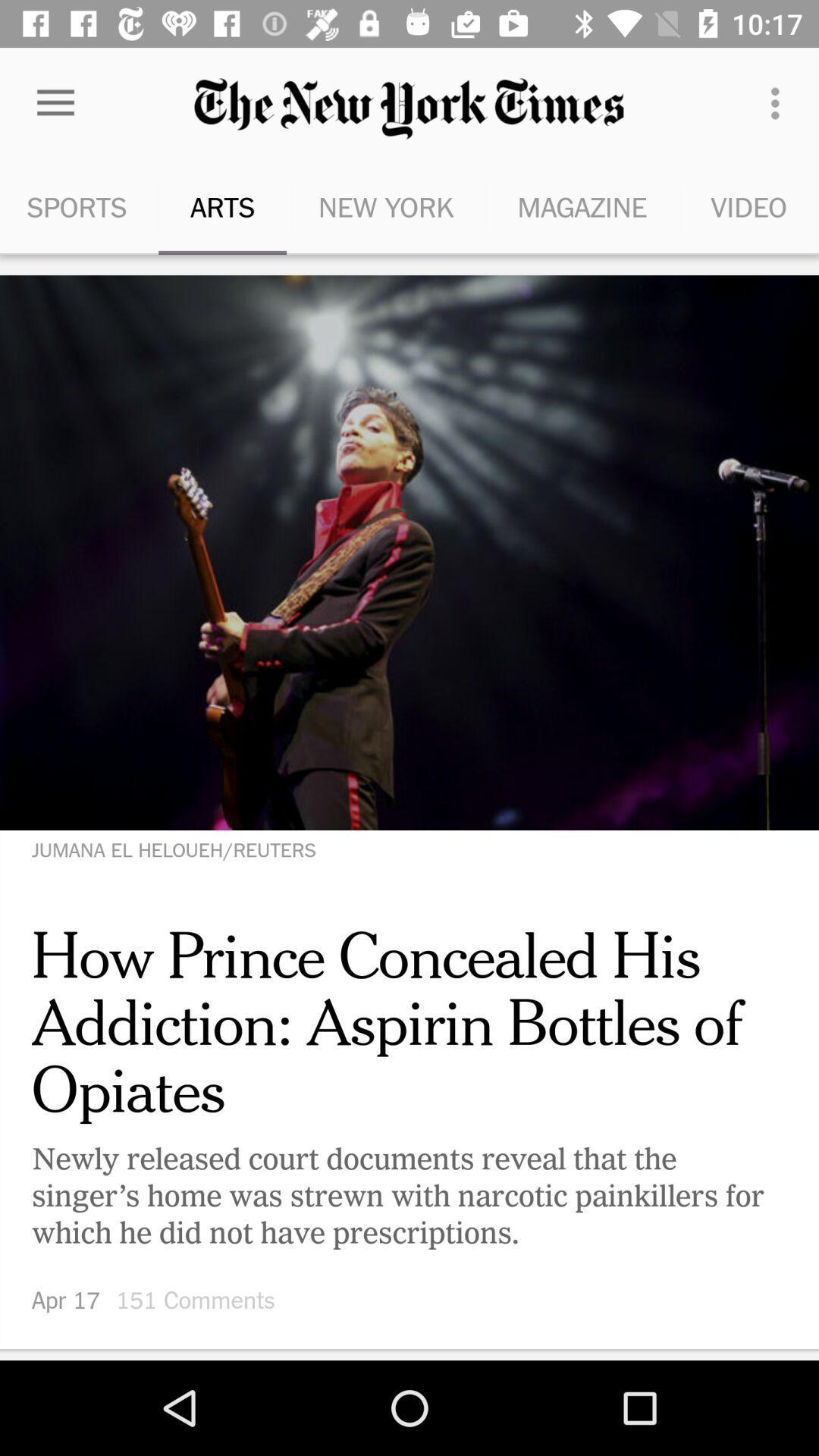 This screenshot has width=819, height=1456. I want to click on the arts, so click(222, 206).